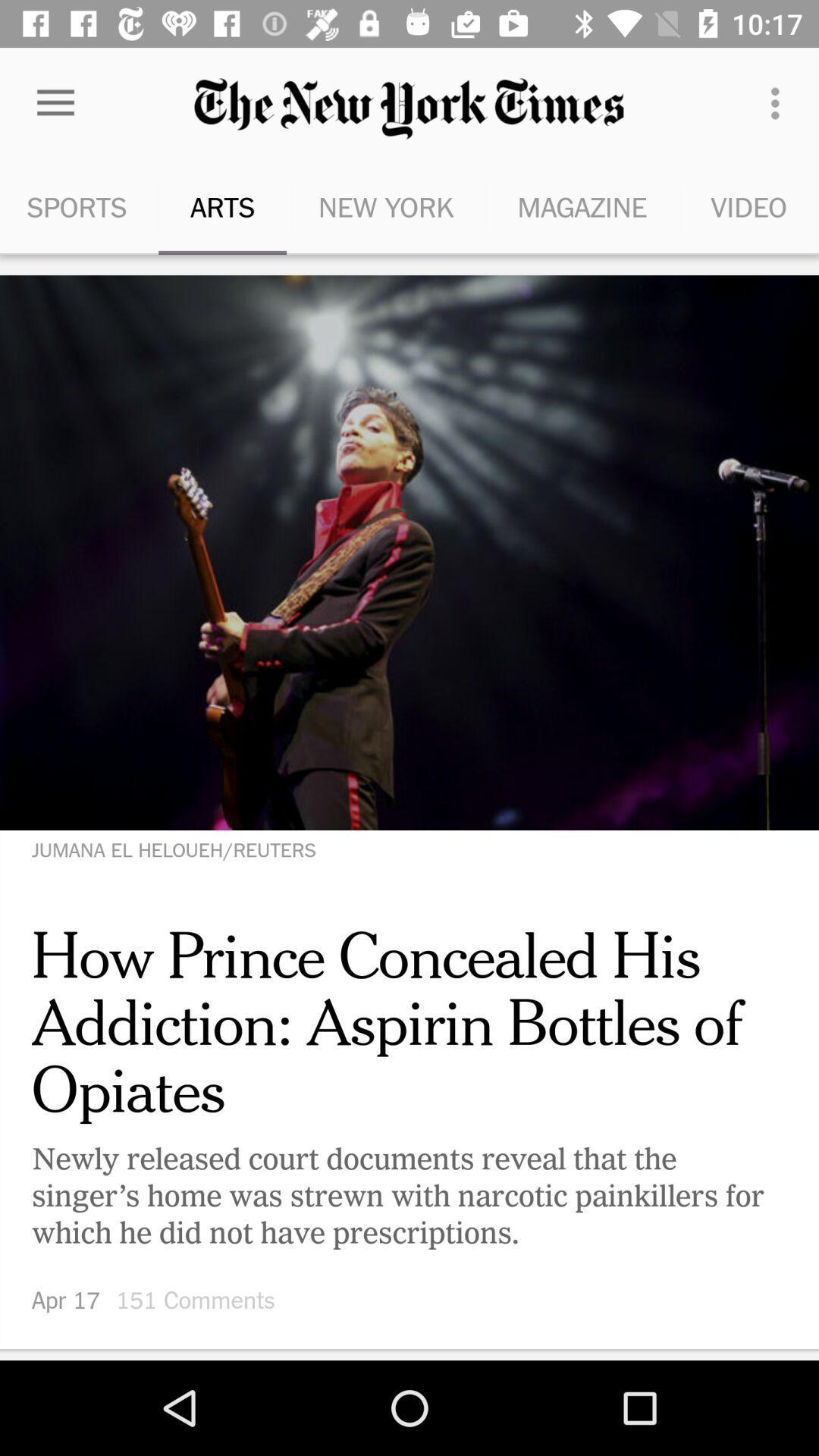 This screenshot has width=819, height=1456. I want to click on the arts, so click(222, 206).